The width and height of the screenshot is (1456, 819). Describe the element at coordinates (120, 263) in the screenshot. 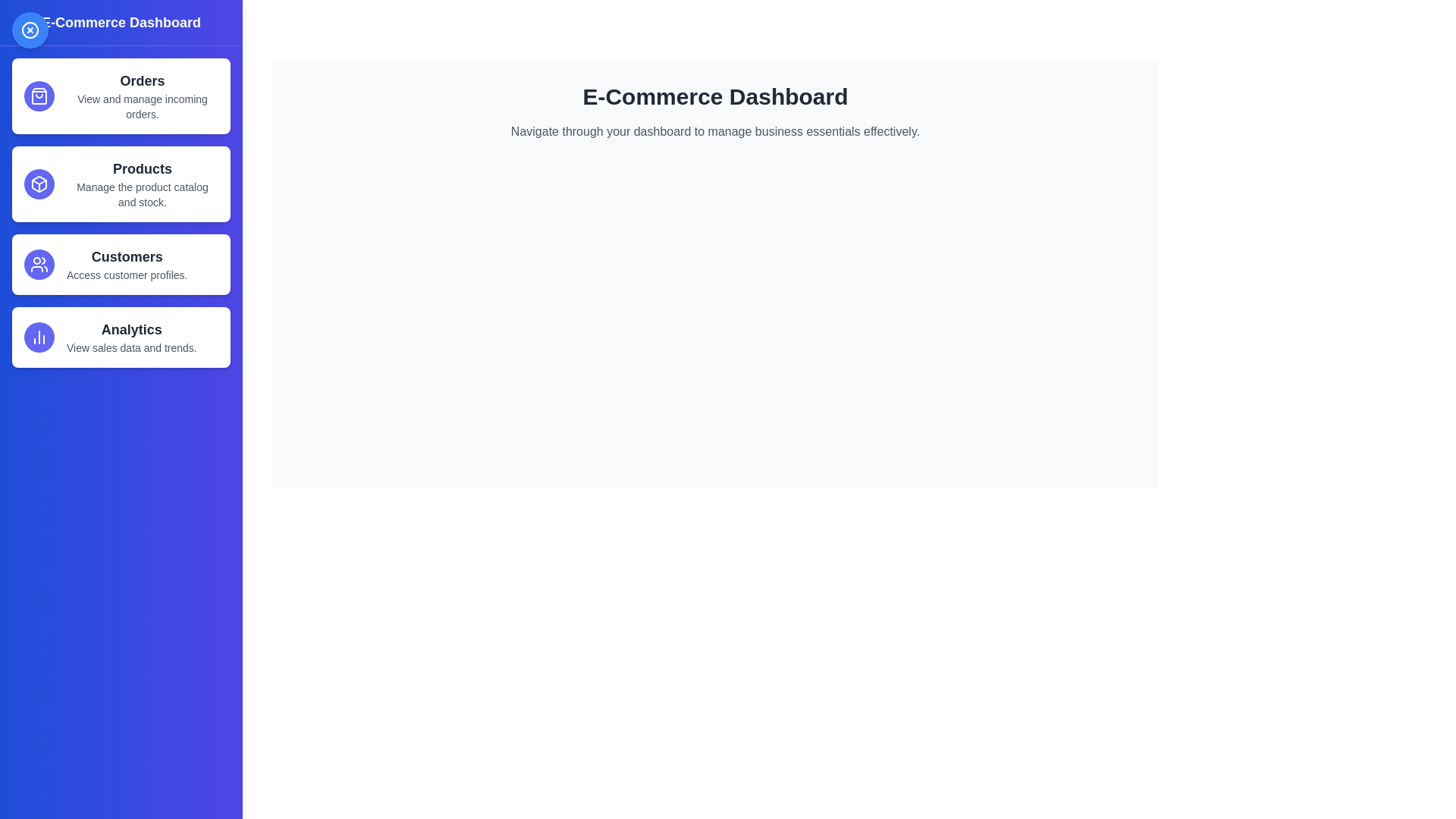

I see `the menu item labeled Customers` at that location.